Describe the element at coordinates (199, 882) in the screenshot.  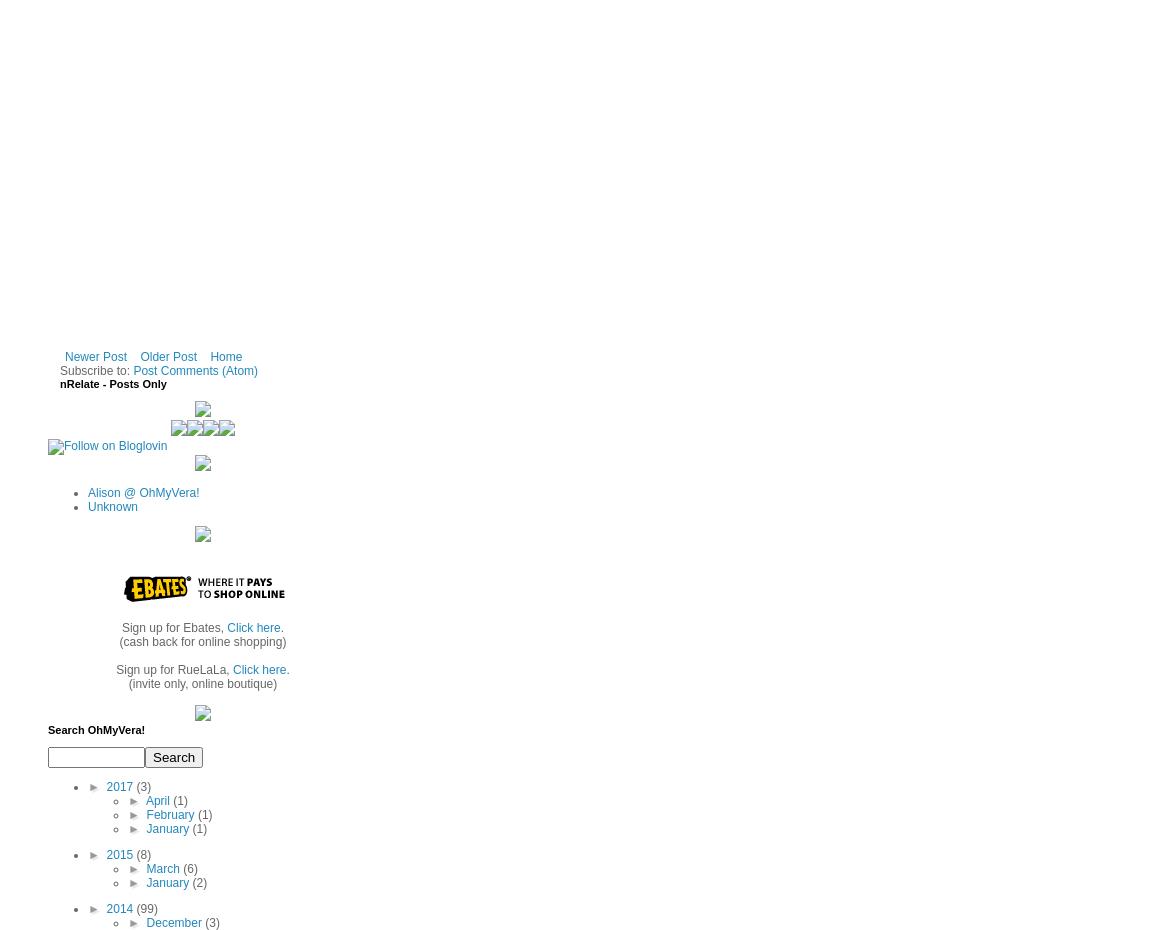
I see `'(2)'` at that location.